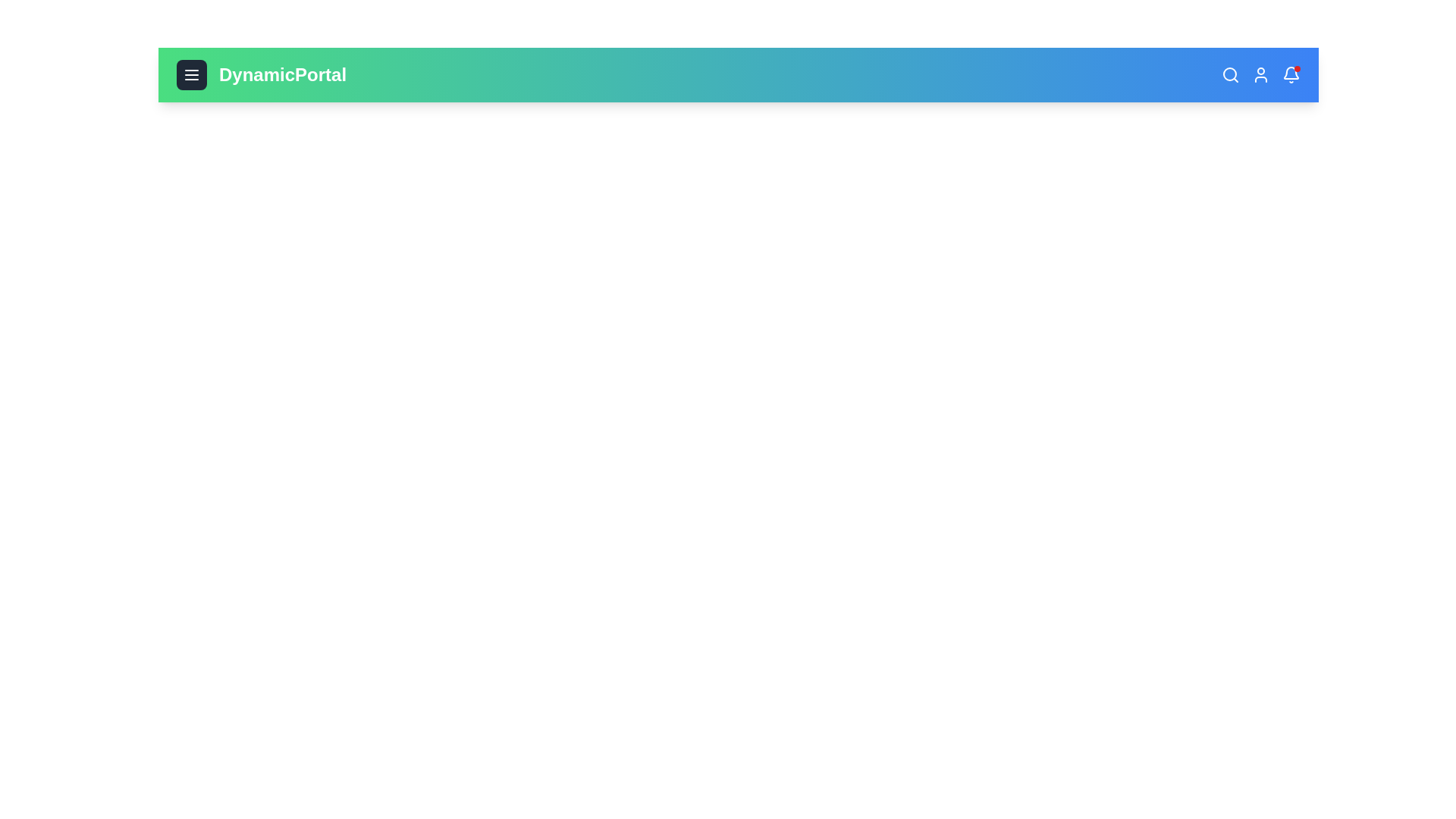 The width and height of the screenshot is (1456, 819). I want to click on the user icon to access user-related functions, so click(1260, 75).